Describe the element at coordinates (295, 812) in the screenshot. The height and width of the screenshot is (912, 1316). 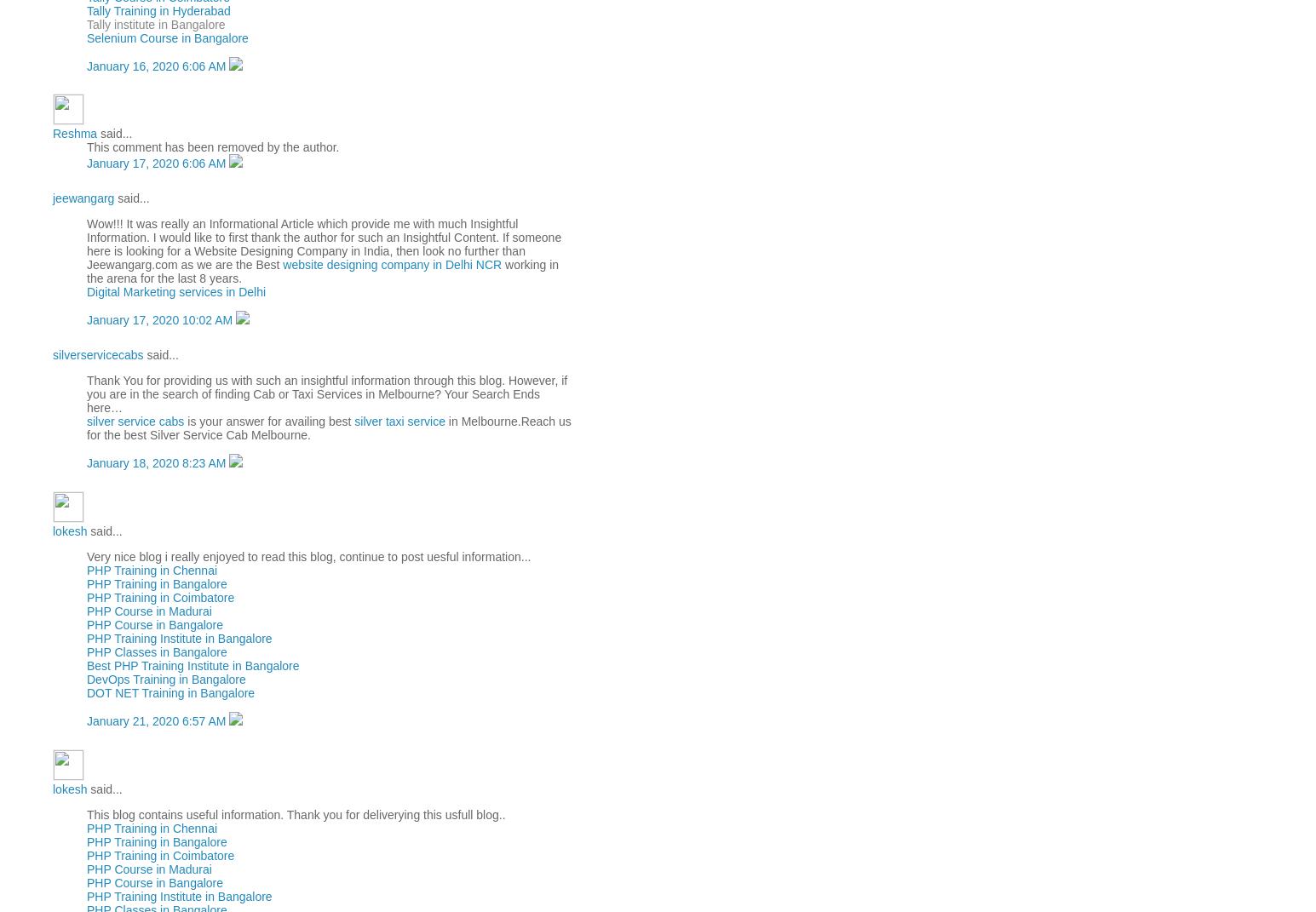
I see `'This blog contains useful information. Thank you for deliverying this usfull blog..'` at that location.